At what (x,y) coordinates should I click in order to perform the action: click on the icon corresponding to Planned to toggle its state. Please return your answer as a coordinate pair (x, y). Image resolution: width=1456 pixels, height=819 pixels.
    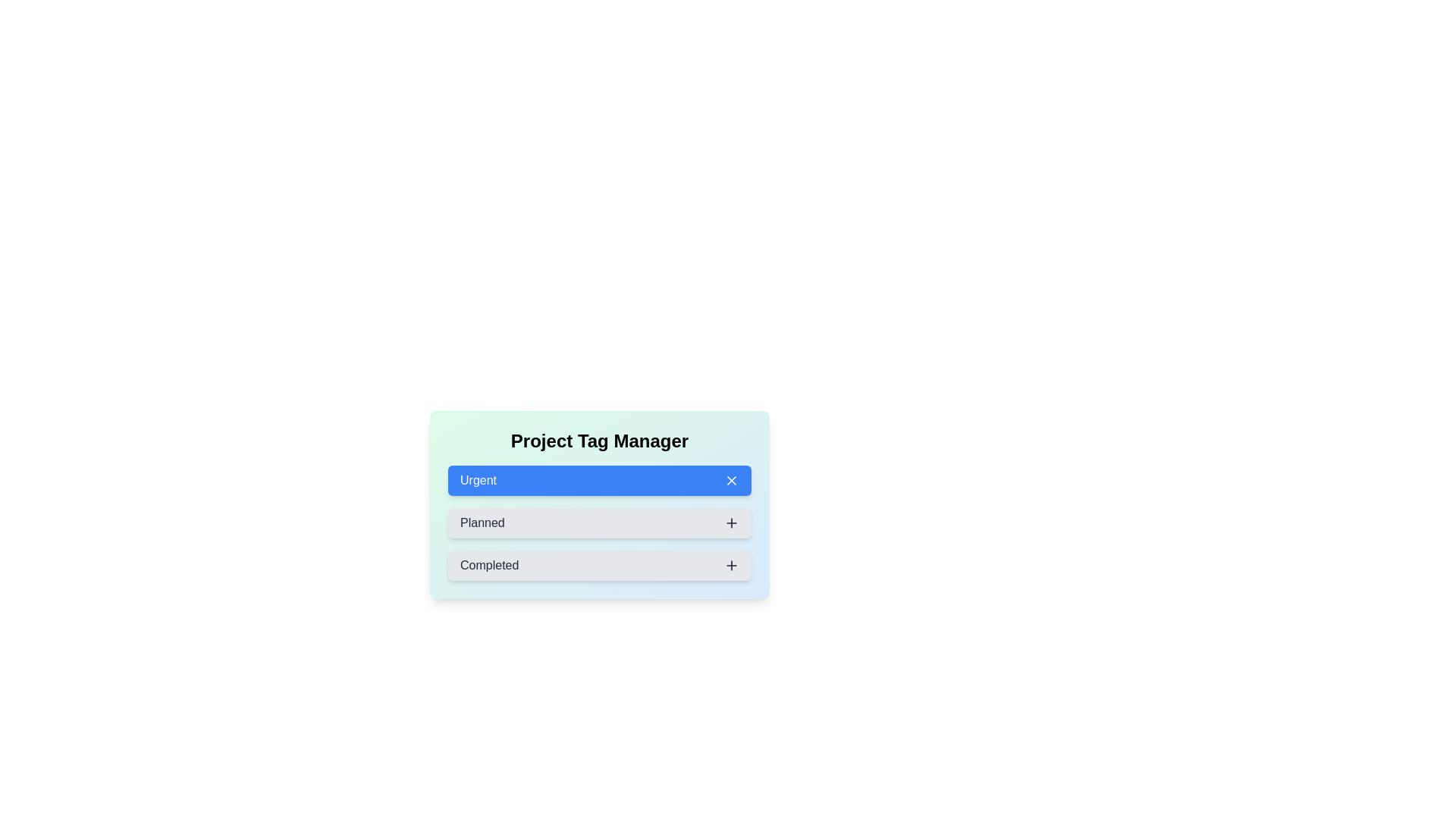
    Looking at the image, I should click on (731, 522).